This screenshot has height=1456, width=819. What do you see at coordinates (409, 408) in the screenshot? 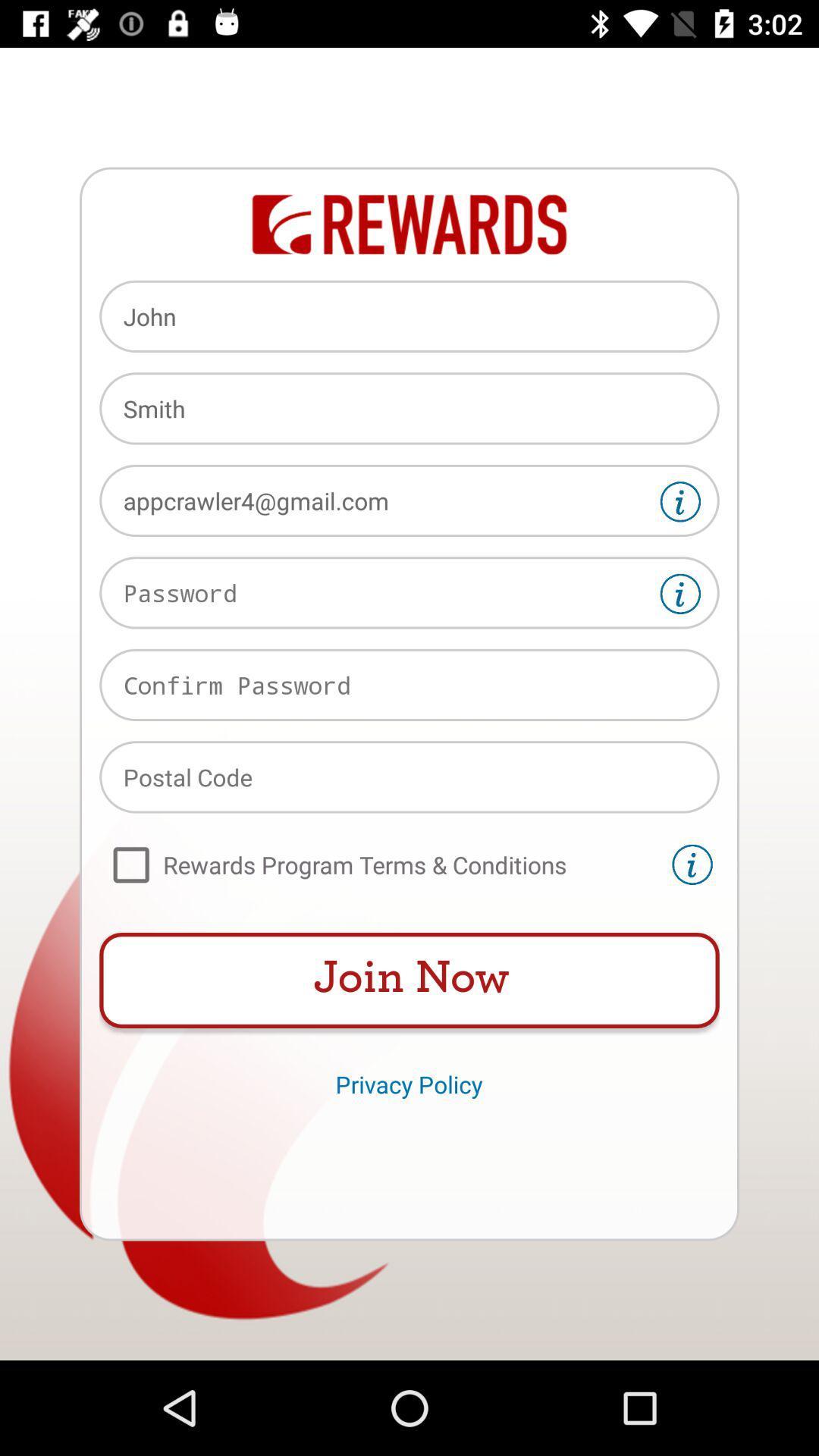
I see `the item above appcrawler4@gmail.com` at bounding box center [409, 408].